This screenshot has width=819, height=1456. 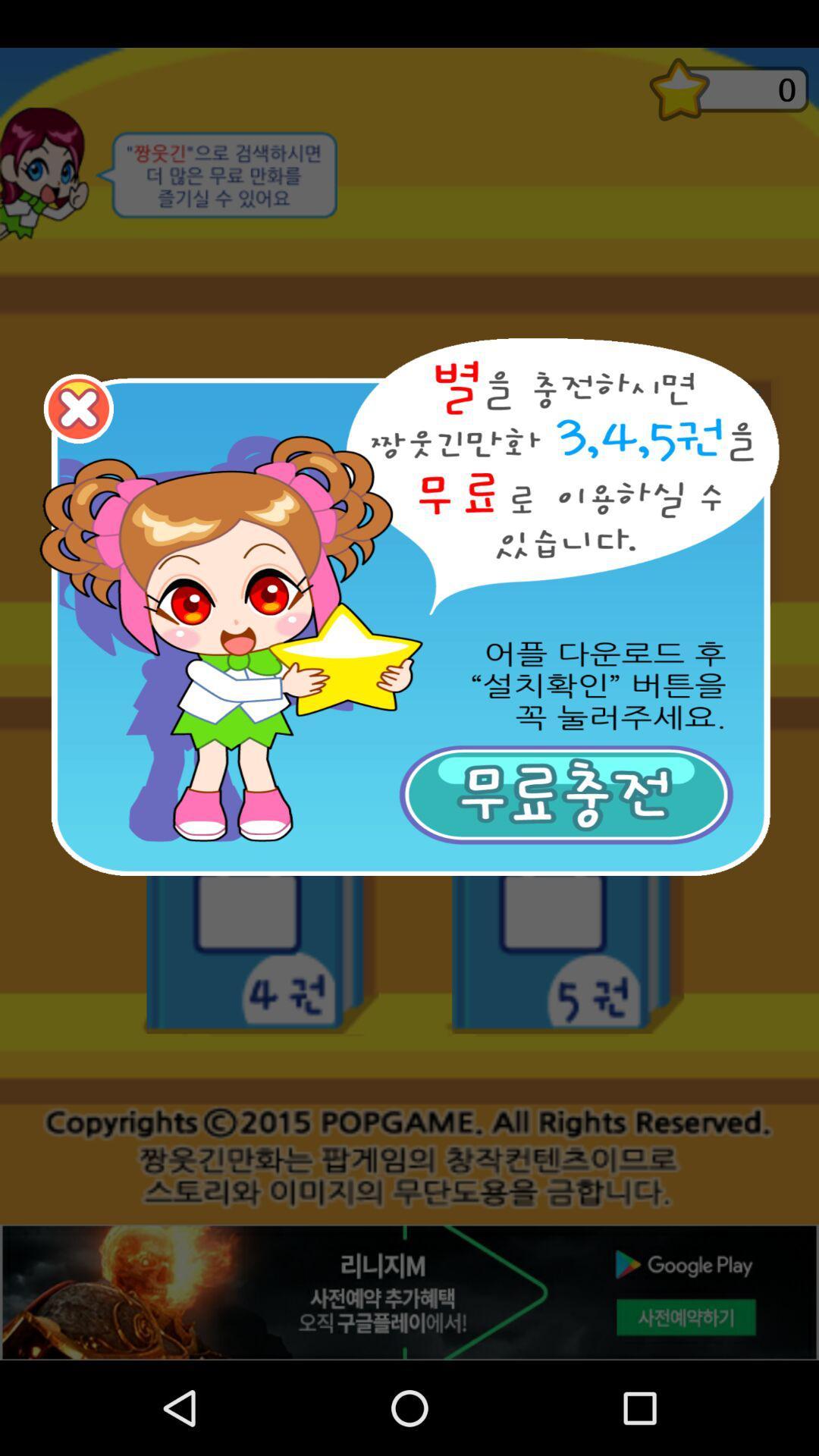 I want to click on go back, so click(x=78, y=409).